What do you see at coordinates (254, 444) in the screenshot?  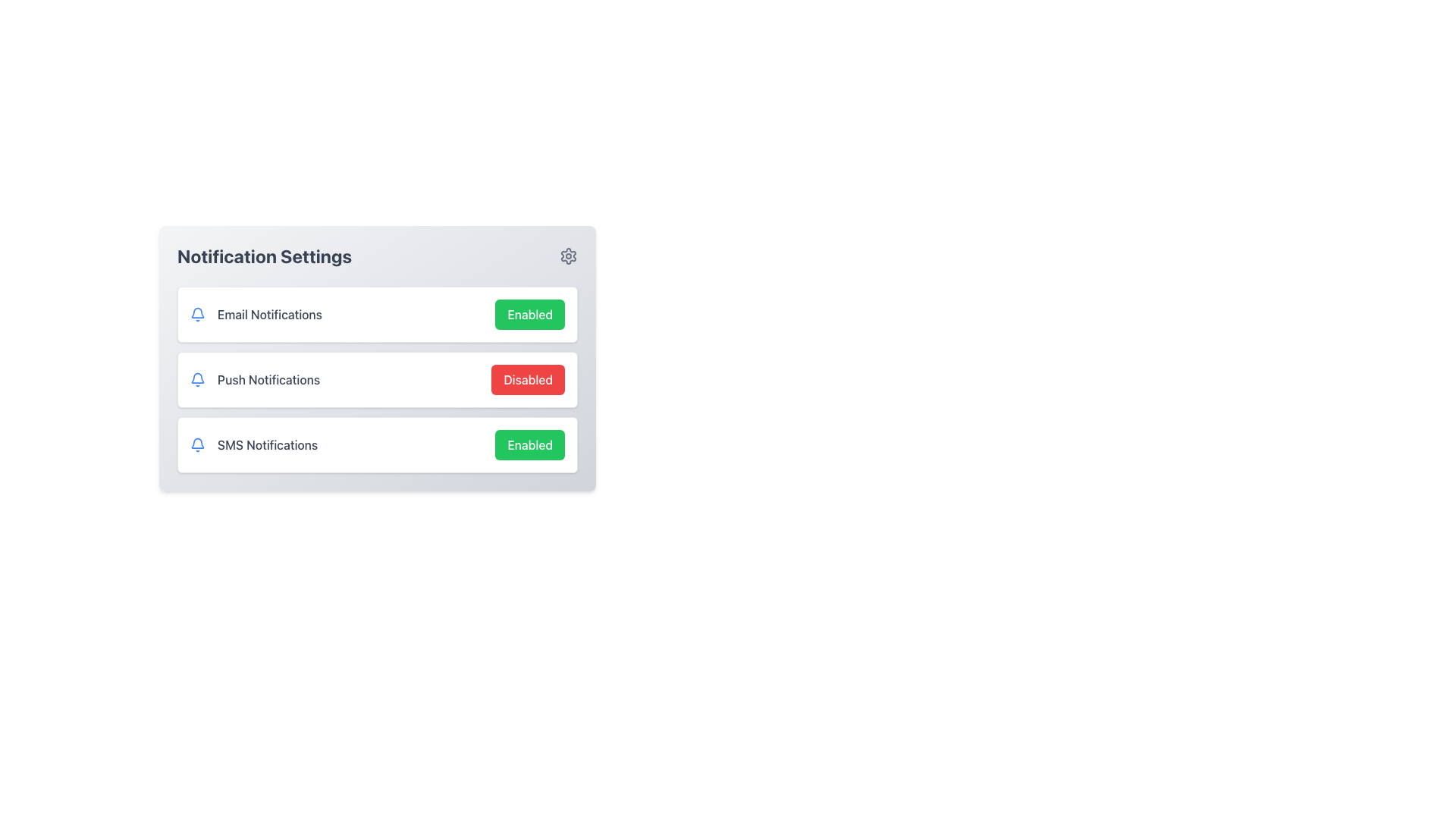 I see `the 'SMS Notifications' text label that is styled in medium-weight dark gray font and is located adjacent to a blue notification bell icon` at bounding box center [254, 444].